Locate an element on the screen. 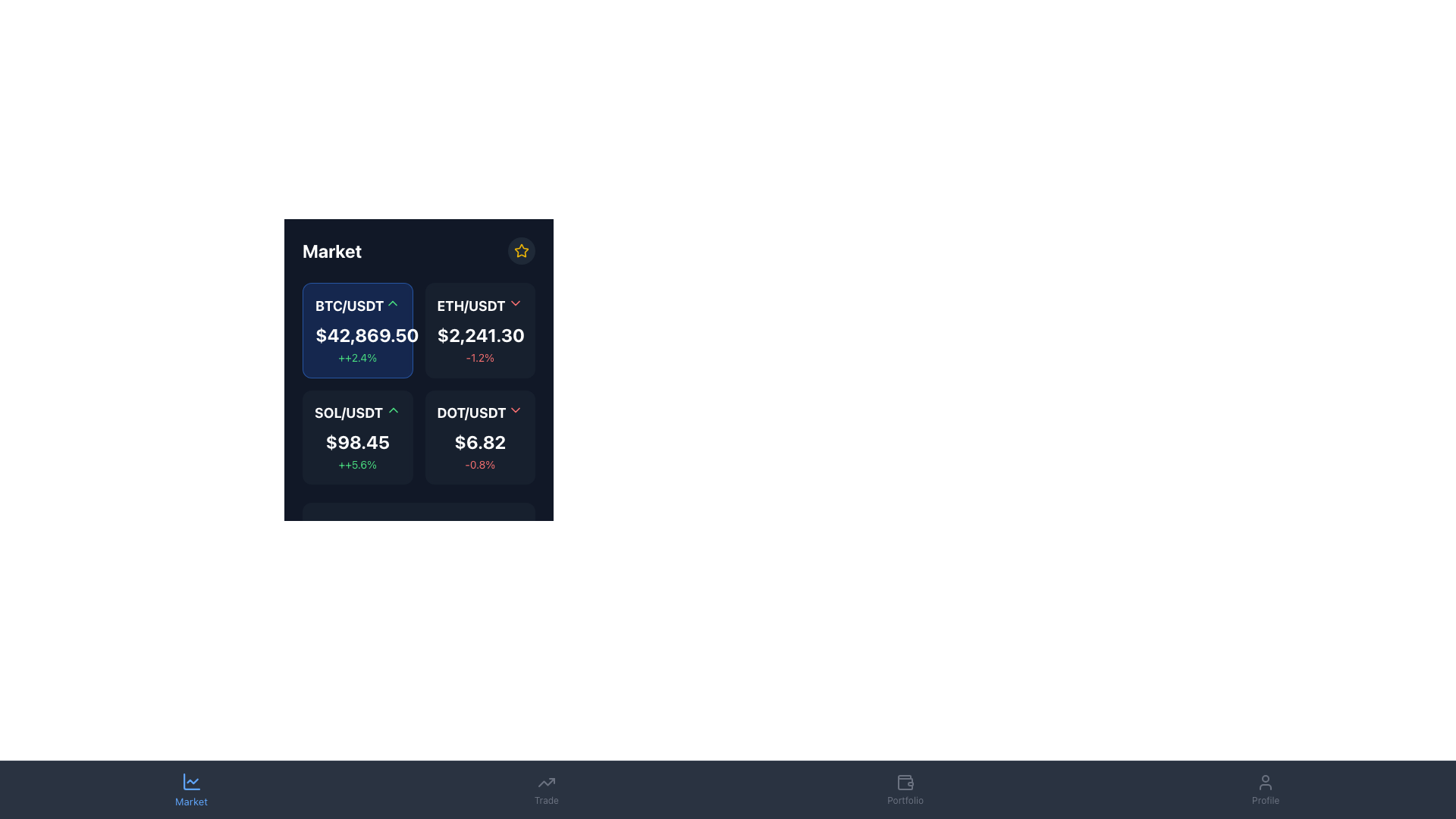 The height and width of the screenshot is (819, 1456). the 'ETH/USDT' dropdown label is located at coordinates (479, 306).